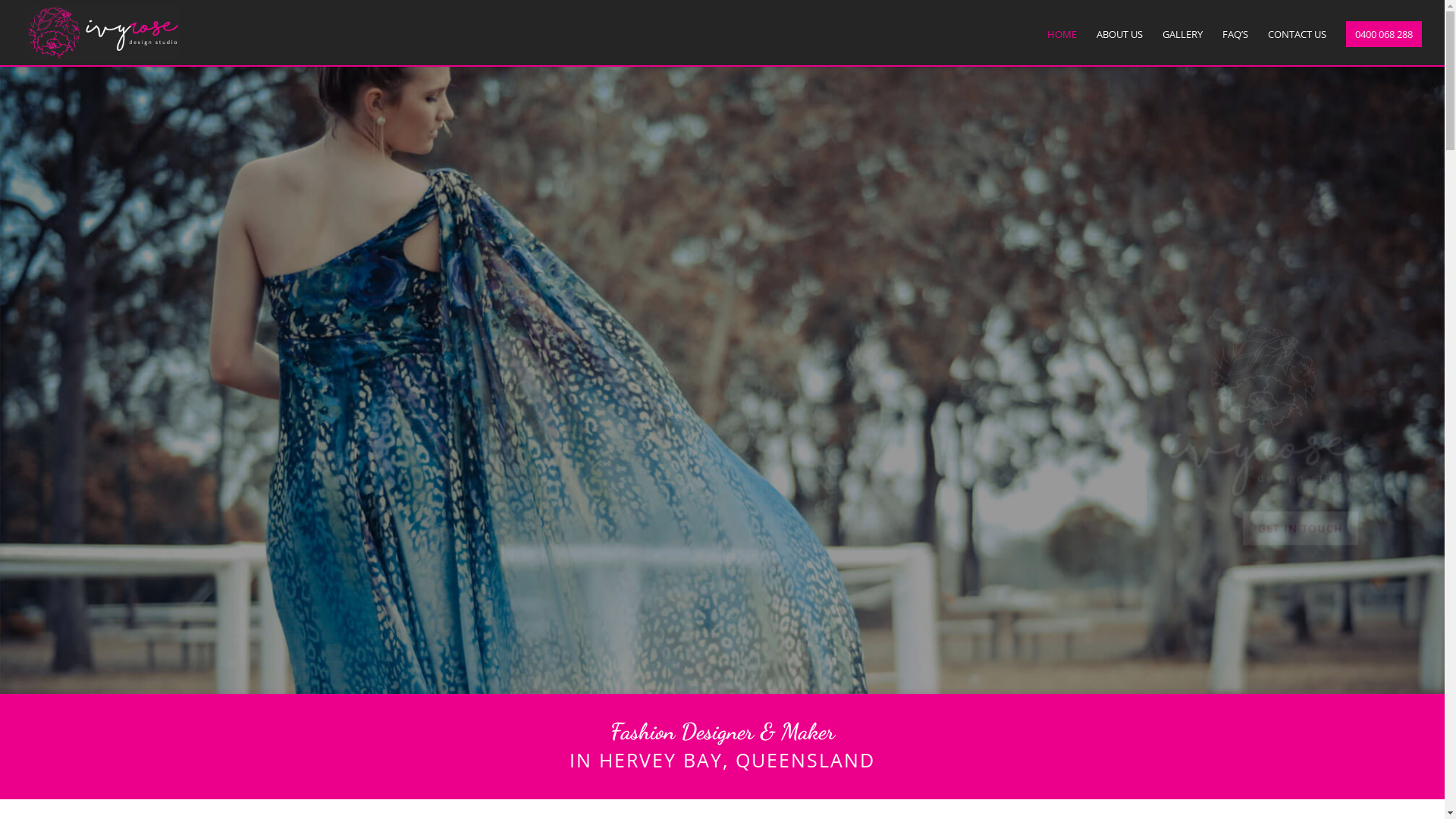 The width and height of the screenshot is (1456, 819). Describe the element at coordinates (1119, 43) in the screenshot. I see `'ABOUT US'` at that location.